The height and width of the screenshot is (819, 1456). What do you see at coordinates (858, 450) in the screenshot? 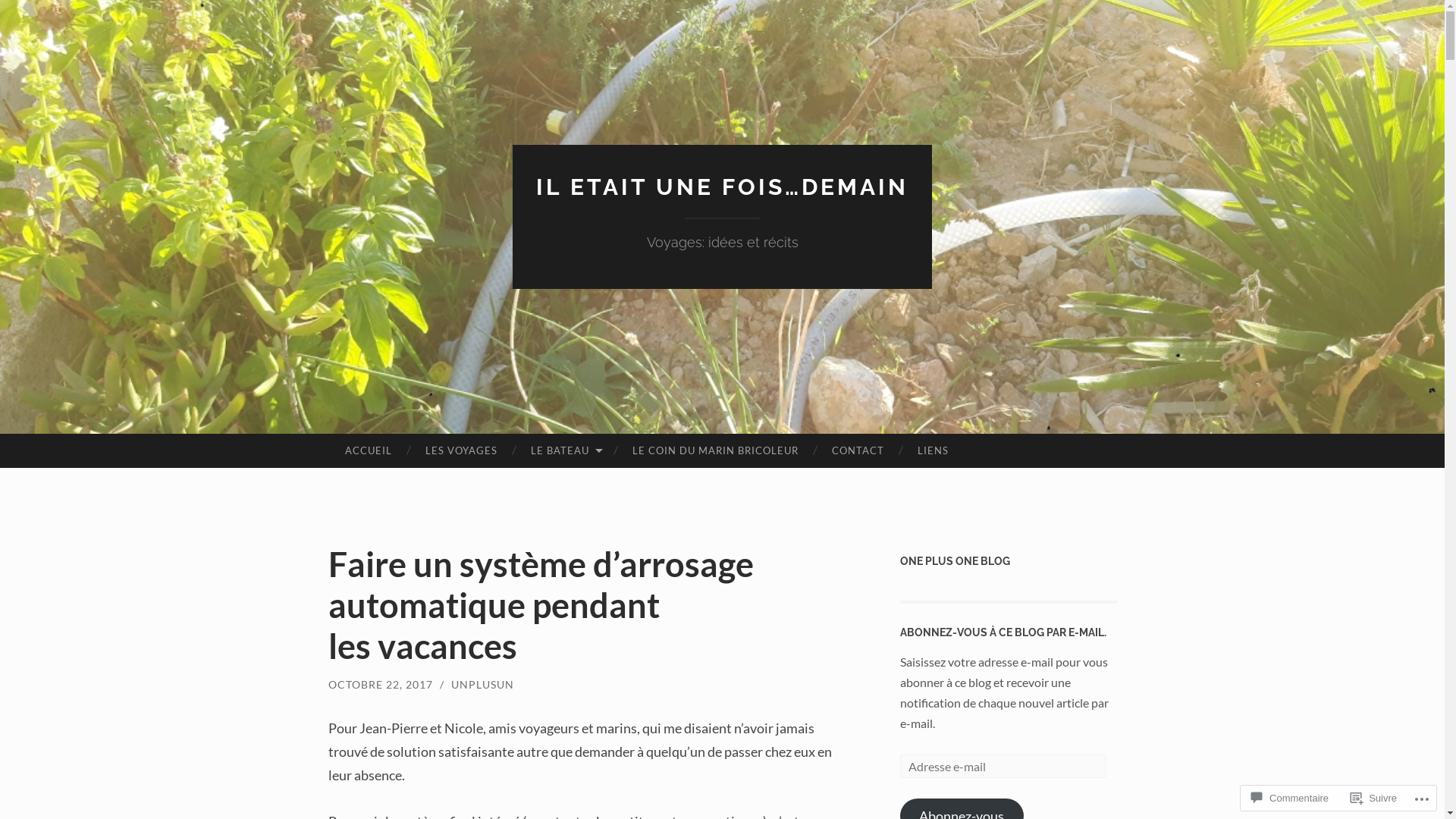
I see `'CONTACT'` at bounding box center [858, 450].